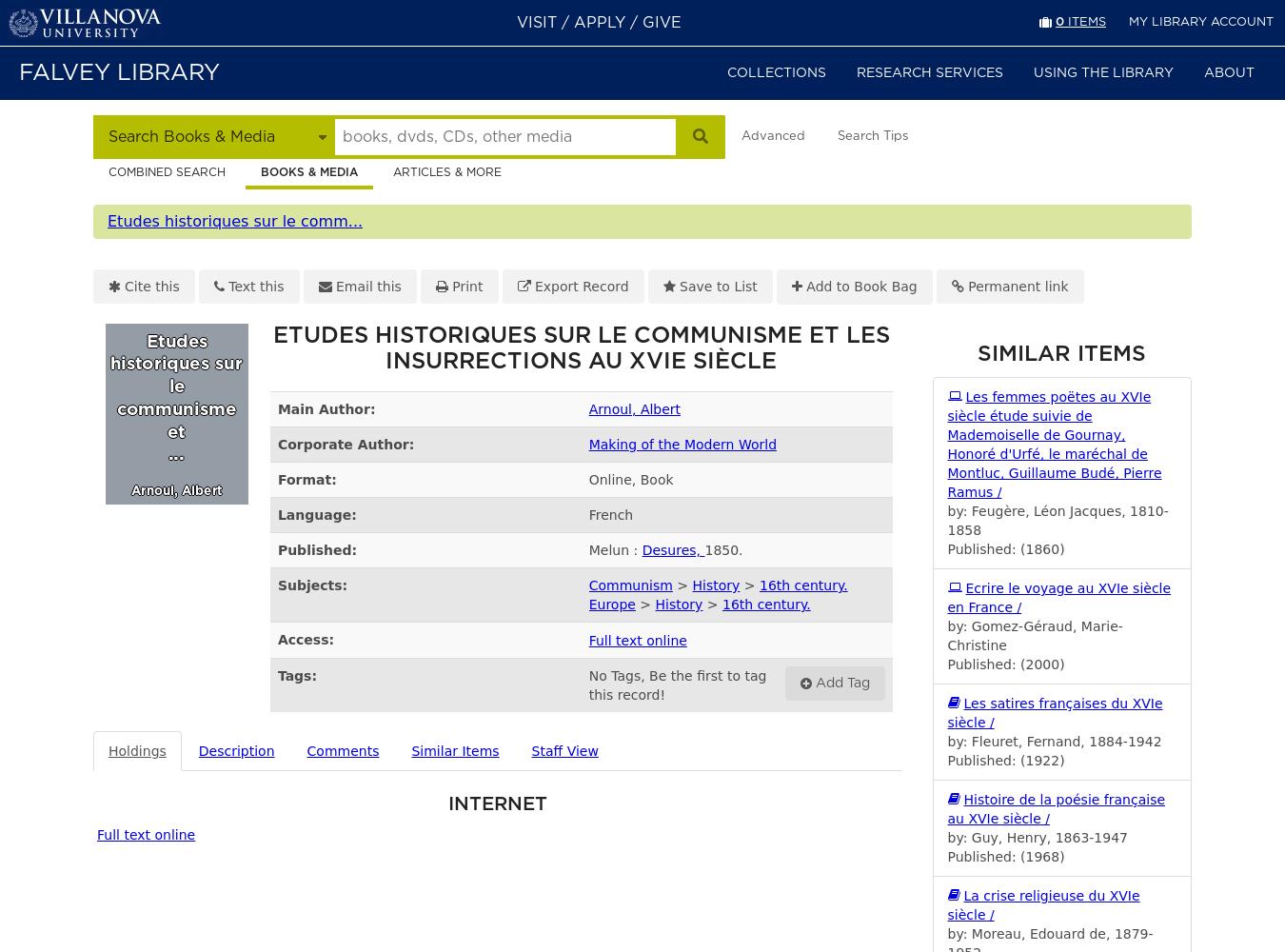 The image size is (1285, 952). Describe the element at coordinates (445, 171) in the screenshot. I see `'Articles & more'` at that location.